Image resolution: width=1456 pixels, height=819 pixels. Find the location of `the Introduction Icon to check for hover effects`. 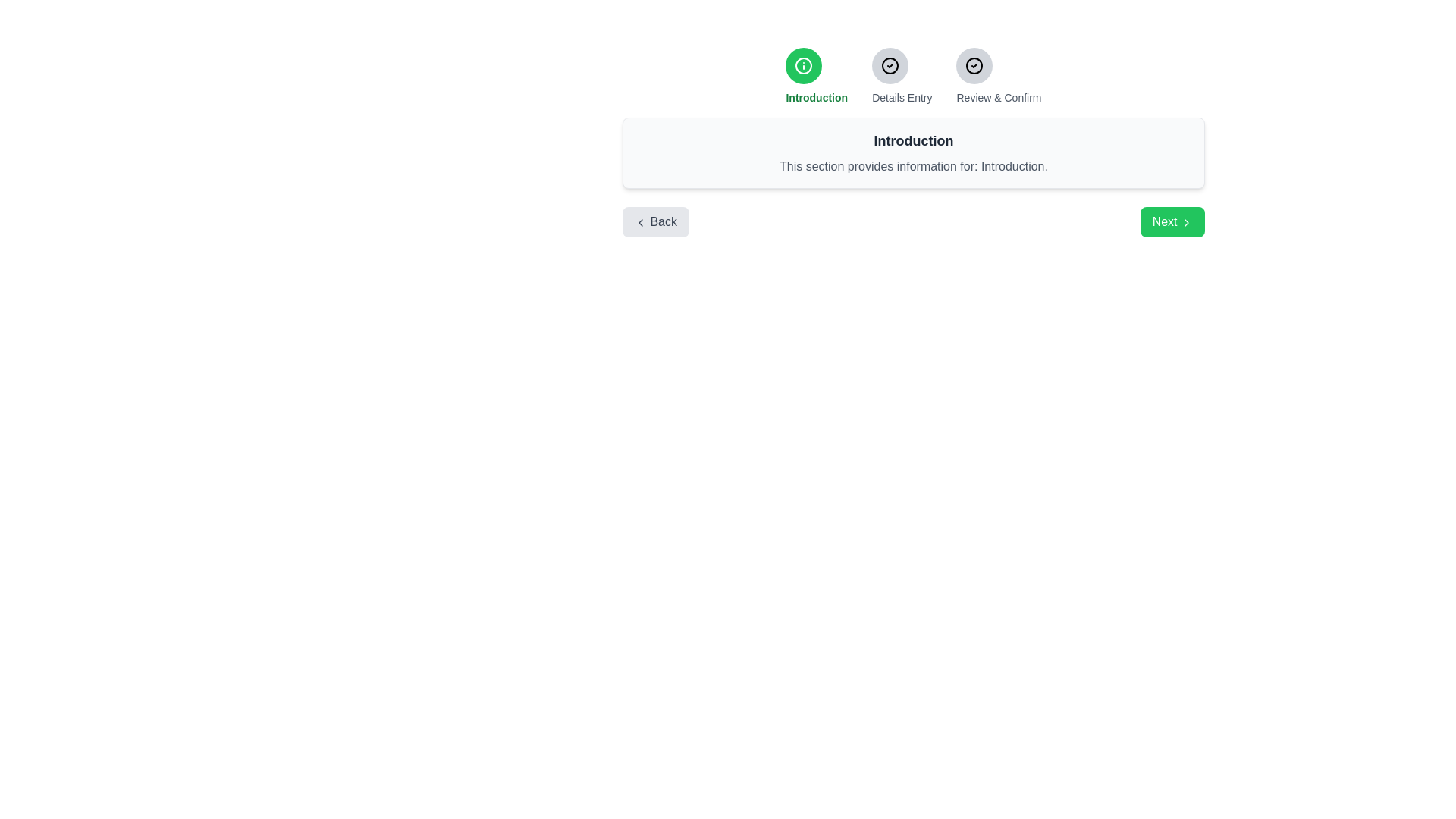

the Introduction Icon to check for hover effects is located at coordinates (803, 65).